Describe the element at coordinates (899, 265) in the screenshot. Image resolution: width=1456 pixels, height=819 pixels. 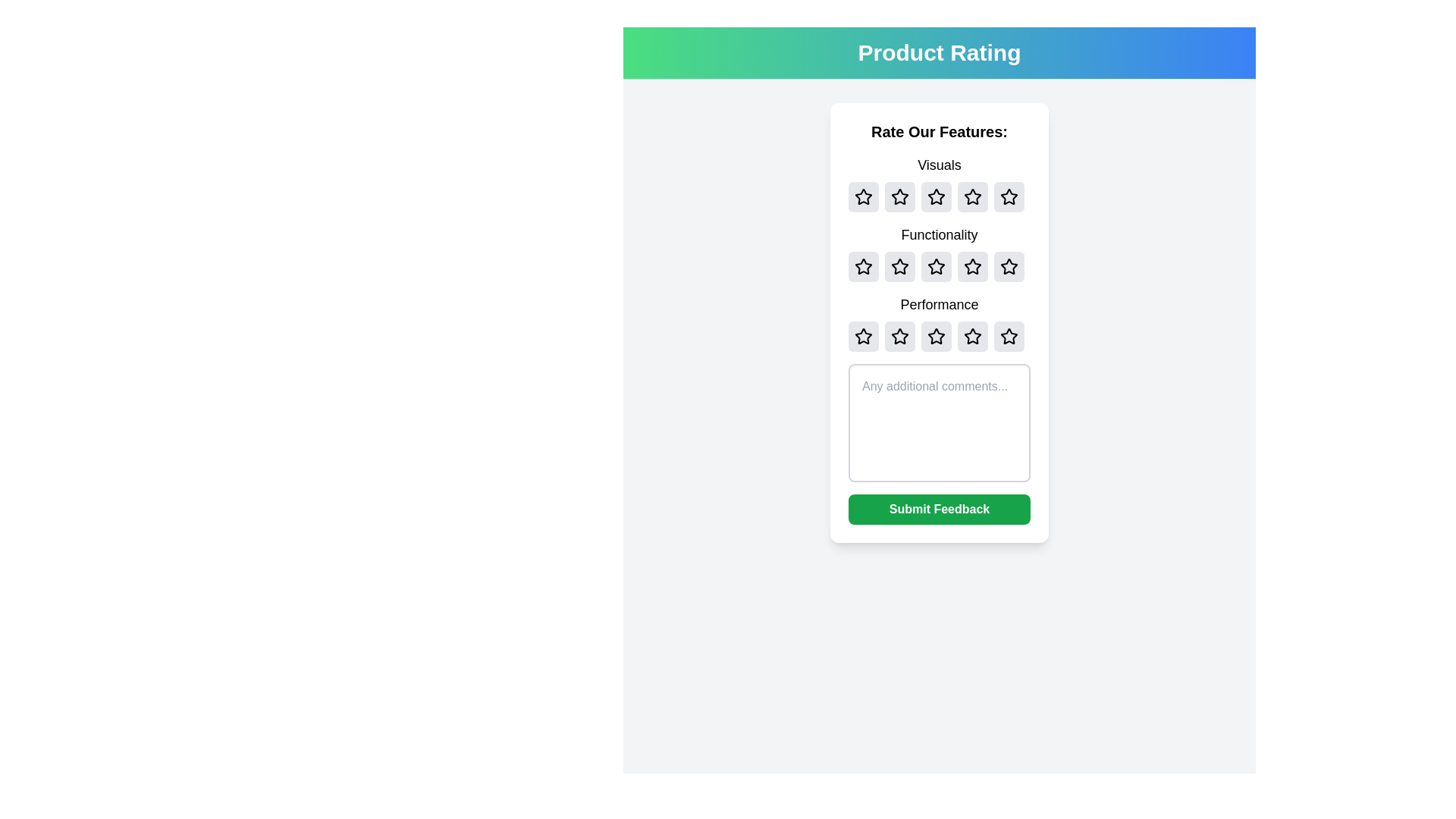
I see `the second star in the rating scale under the 'Functionality' label` at that location.